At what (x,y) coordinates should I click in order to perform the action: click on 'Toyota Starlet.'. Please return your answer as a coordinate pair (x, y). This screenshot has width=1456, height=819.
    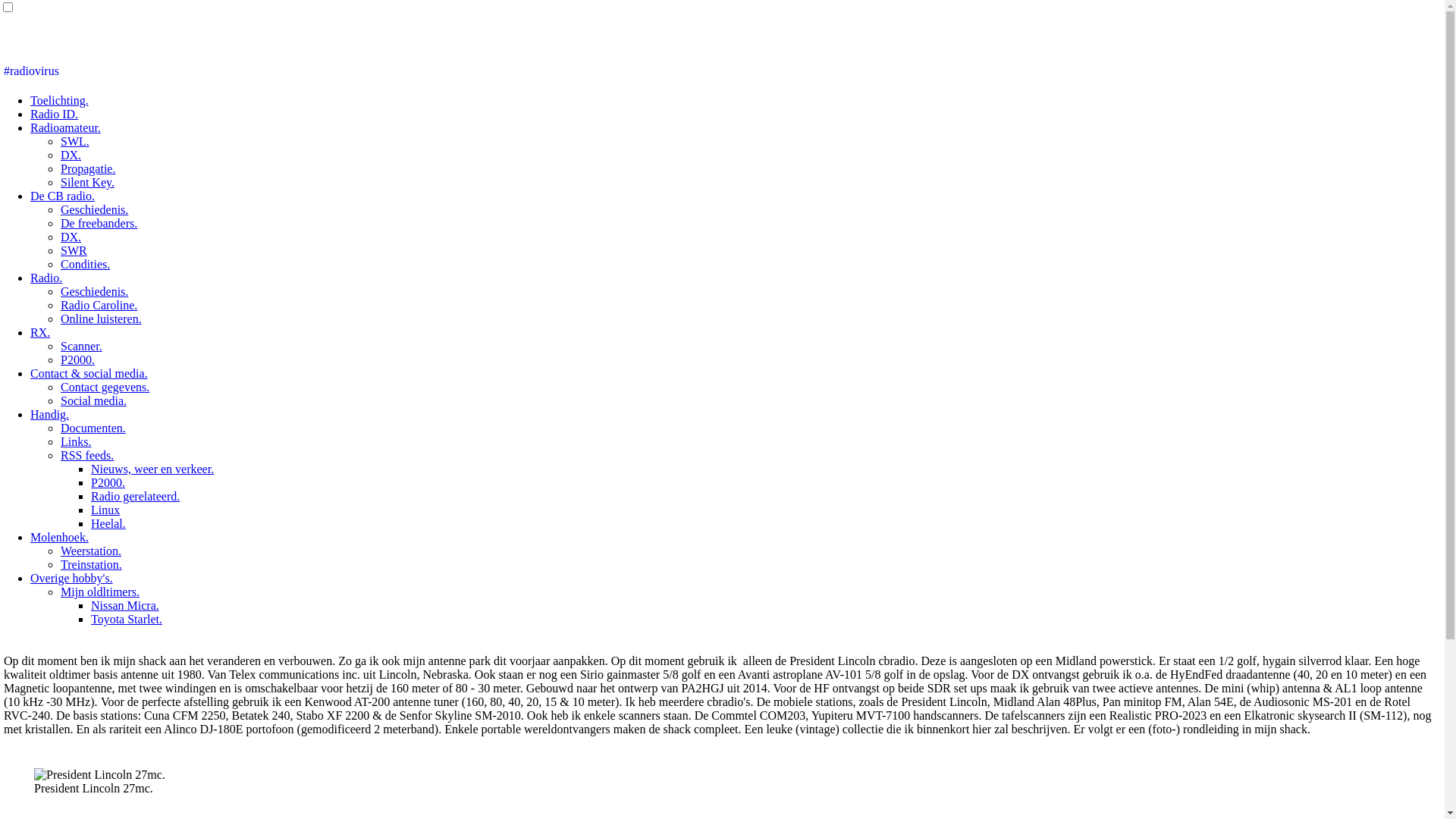
    Looking at the image, I should click on (90, 619).